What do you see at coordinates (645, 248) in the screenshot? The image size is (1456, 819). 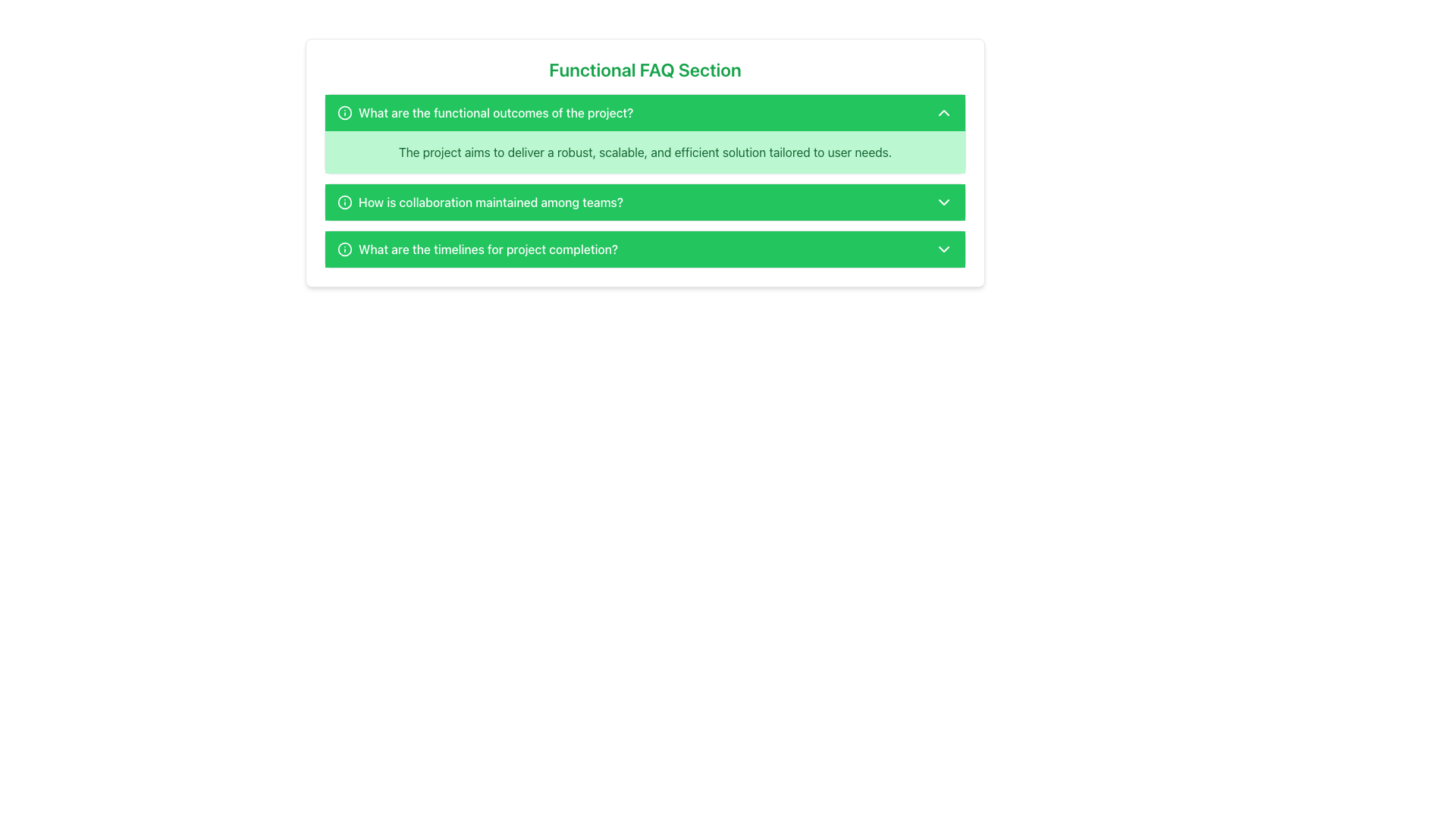 I see `the third Toggle button` at bounding box center [645, 248].